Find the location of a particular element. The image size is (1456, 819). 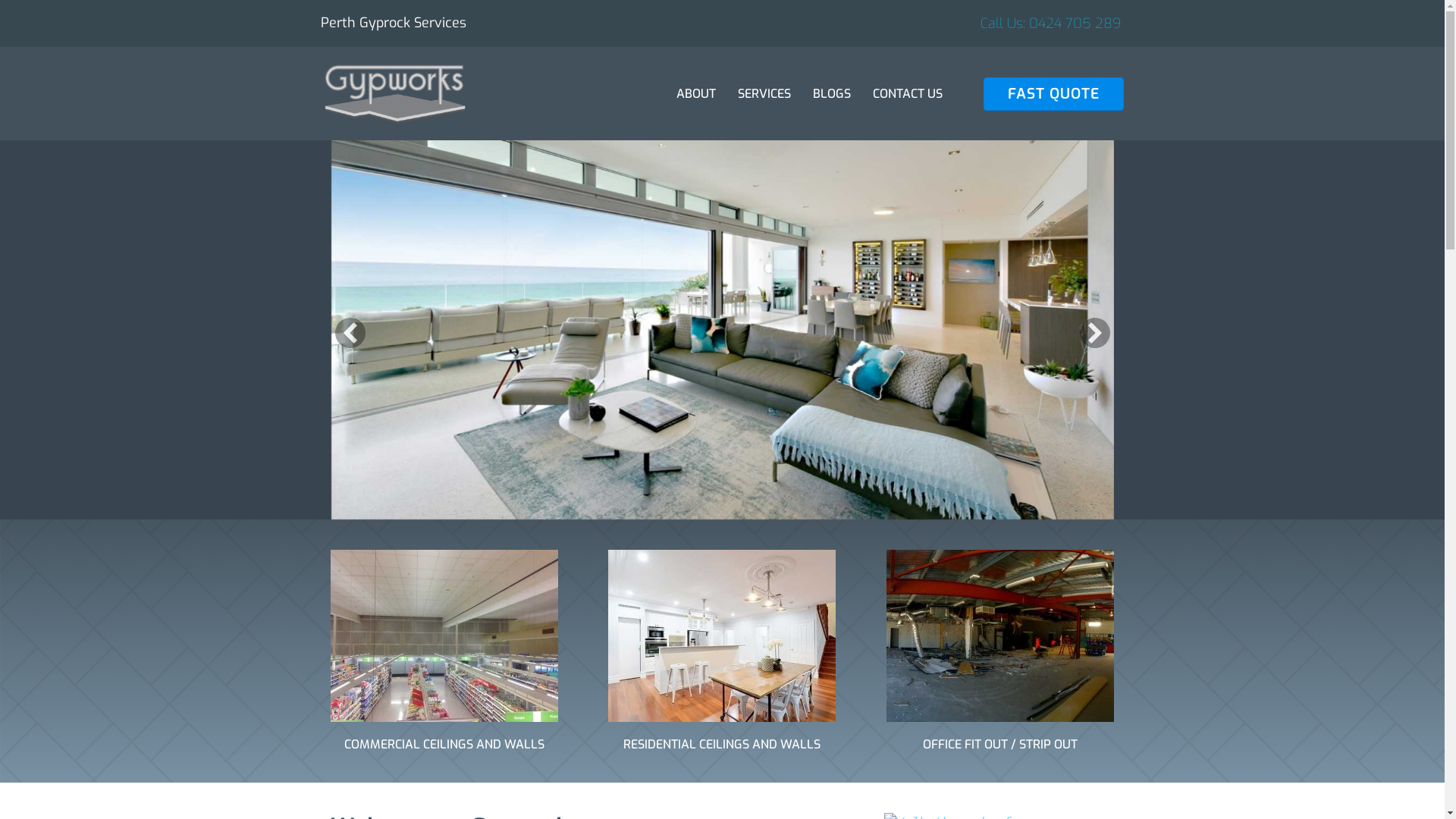

'CONTACT US' is located at coordinates (907, 93).